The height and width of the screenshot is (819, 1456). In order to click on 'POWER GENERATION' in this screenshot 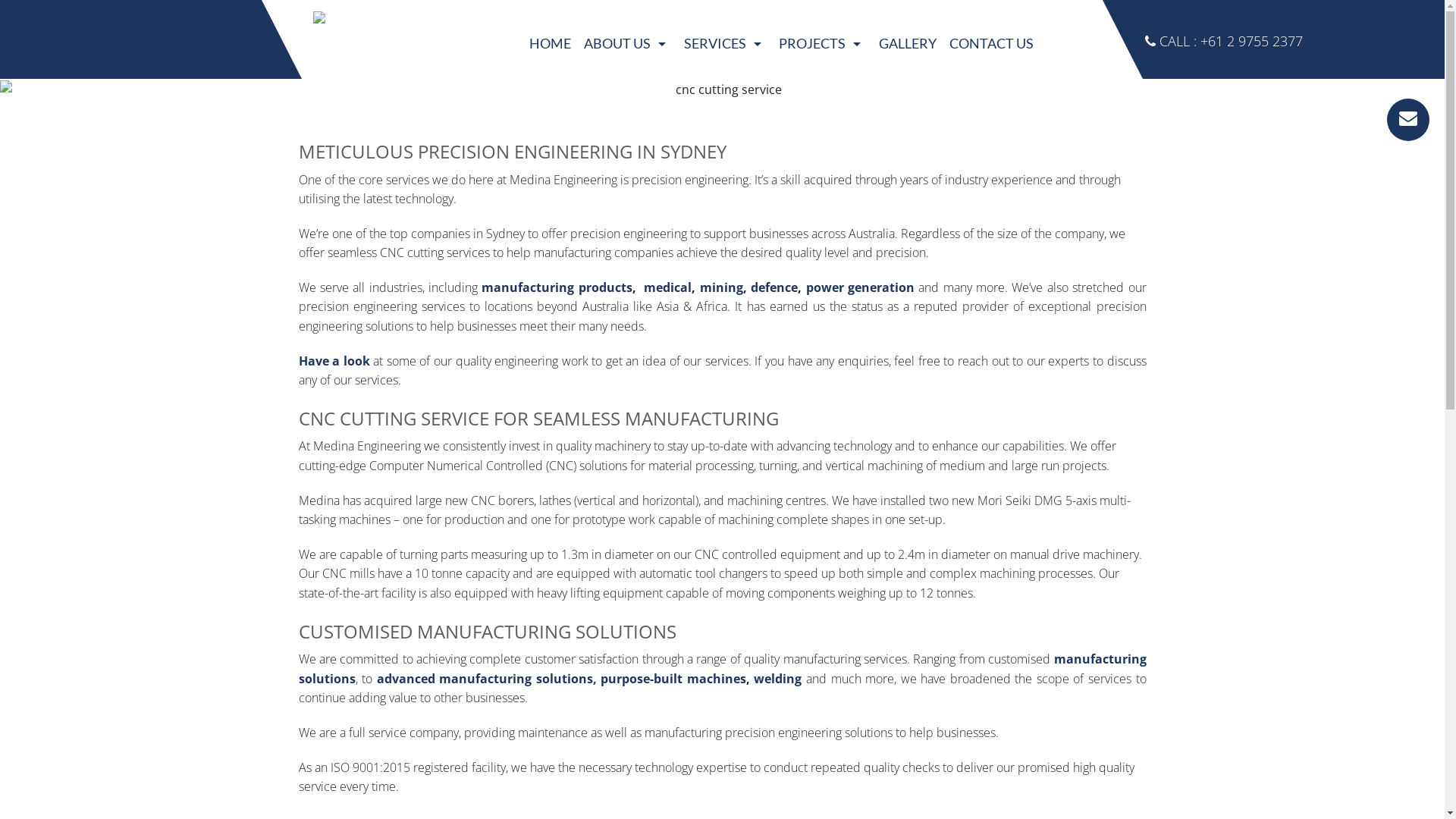, I will do `click(821, 226)`.